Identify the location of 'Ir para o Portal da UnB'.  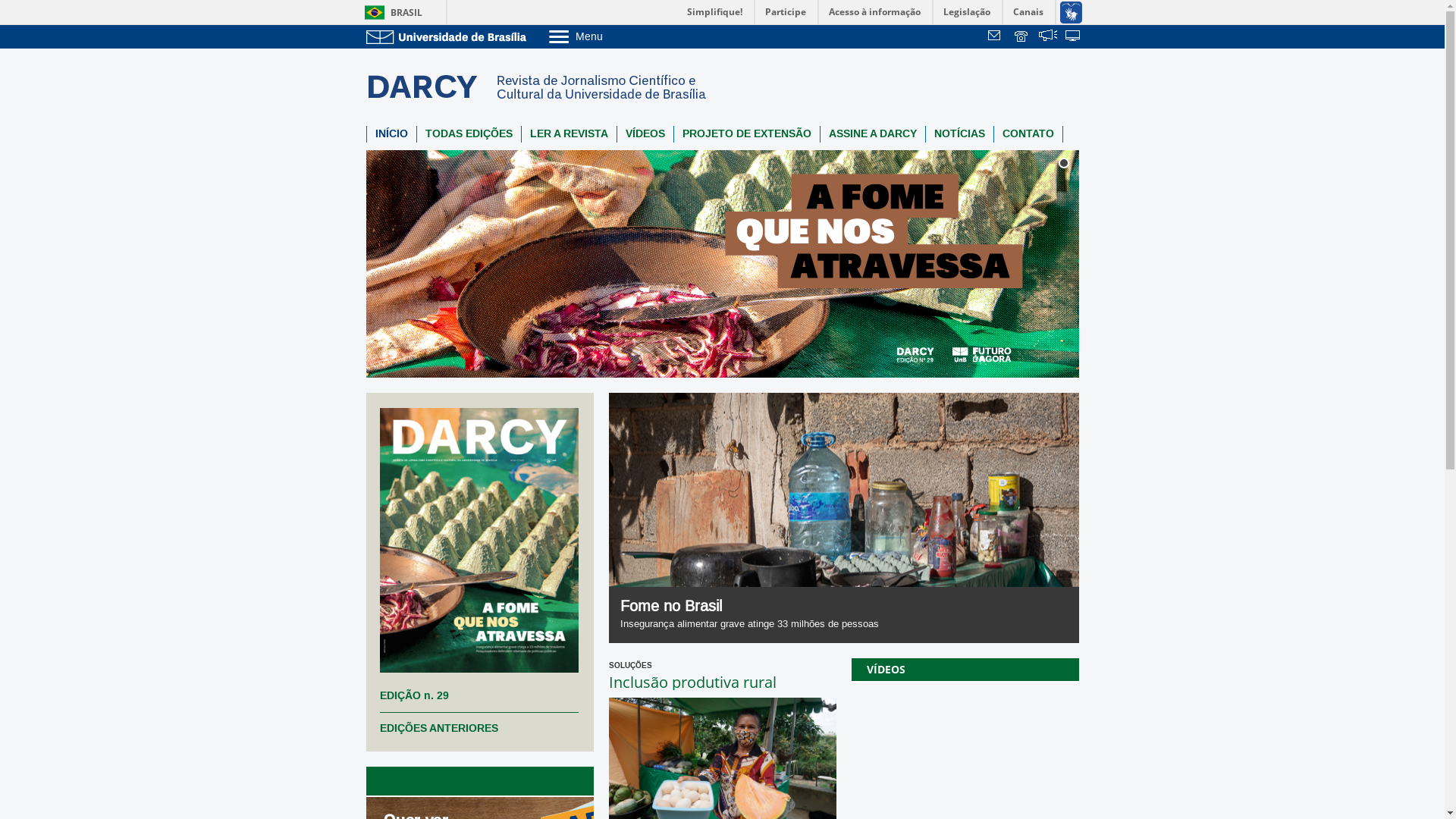
(447, 36).